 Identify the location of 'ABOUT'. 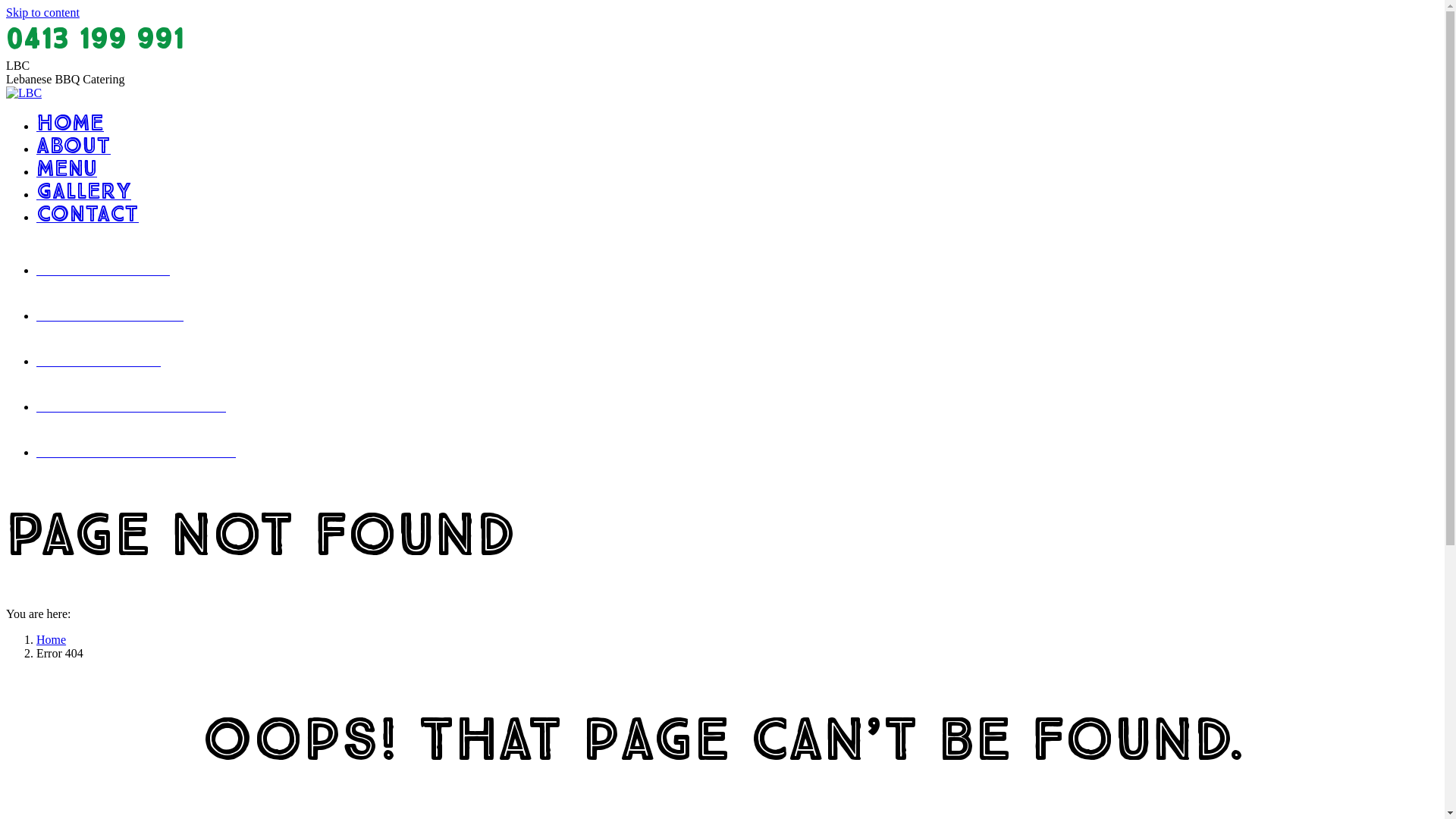
(72, 149).